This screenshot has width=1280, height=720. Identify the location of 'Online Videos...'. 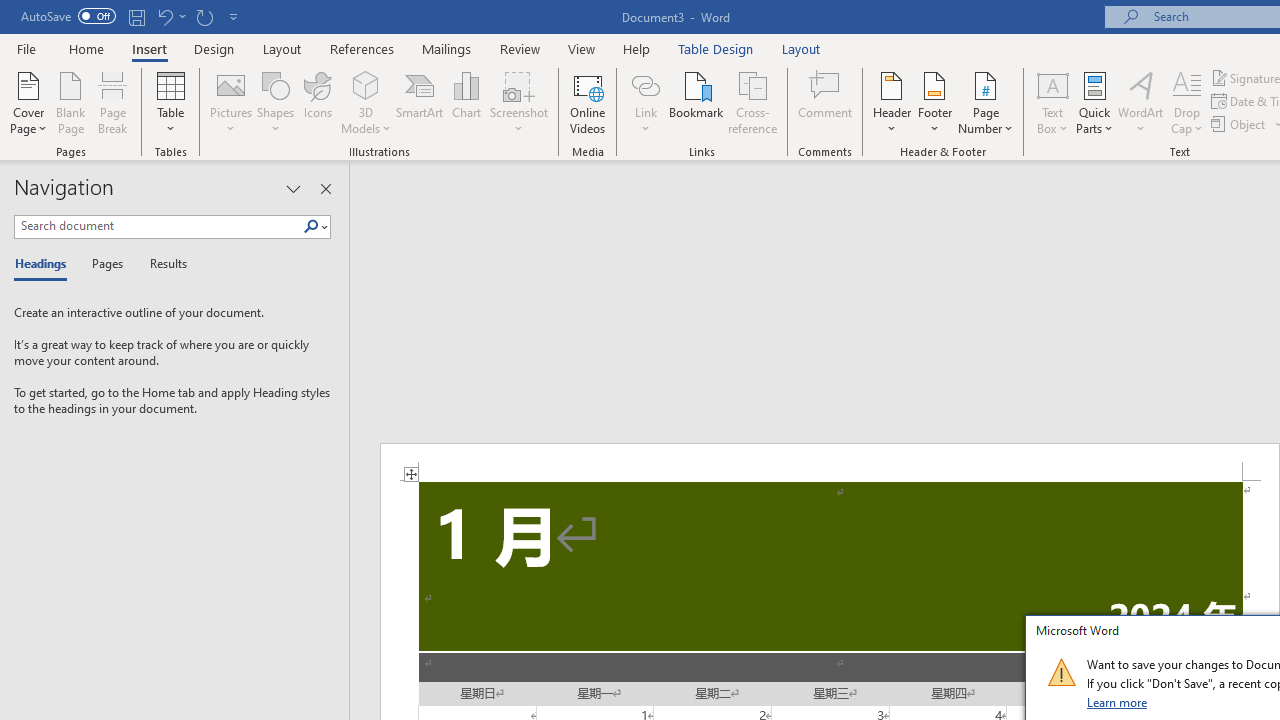
(587, 103).